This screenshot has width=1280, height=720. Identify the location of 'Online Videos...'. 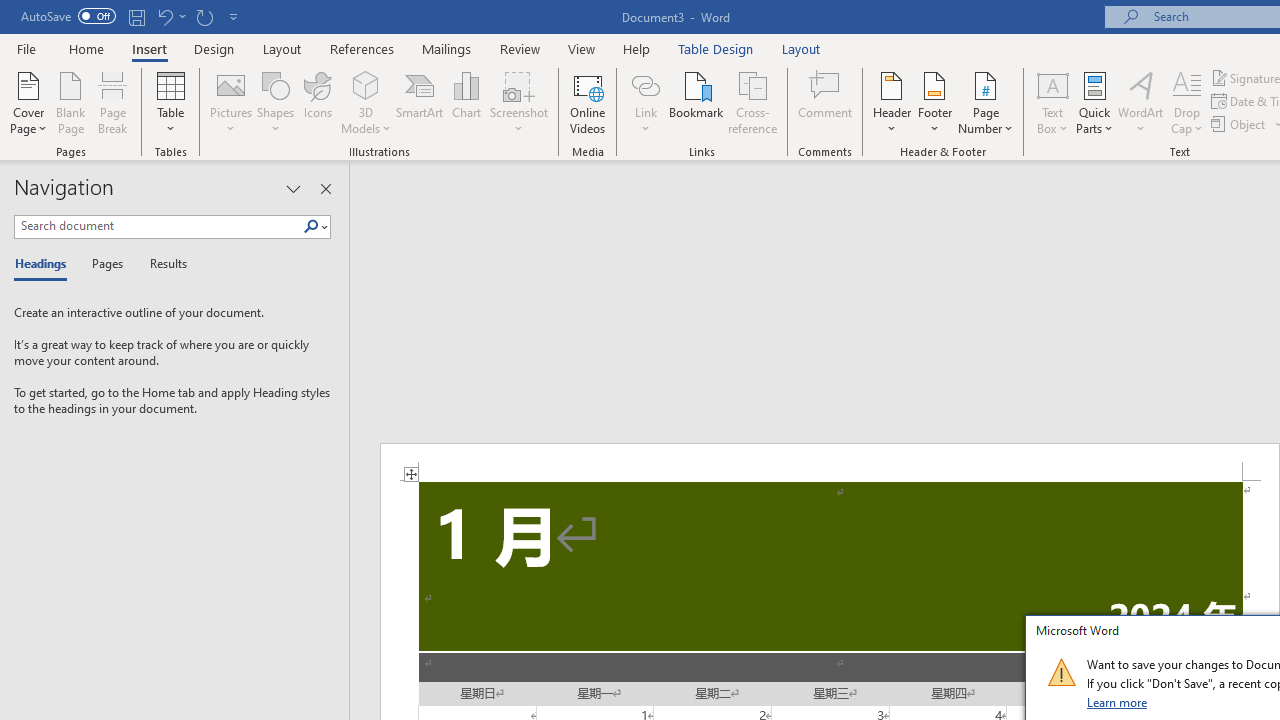
(587, 103).